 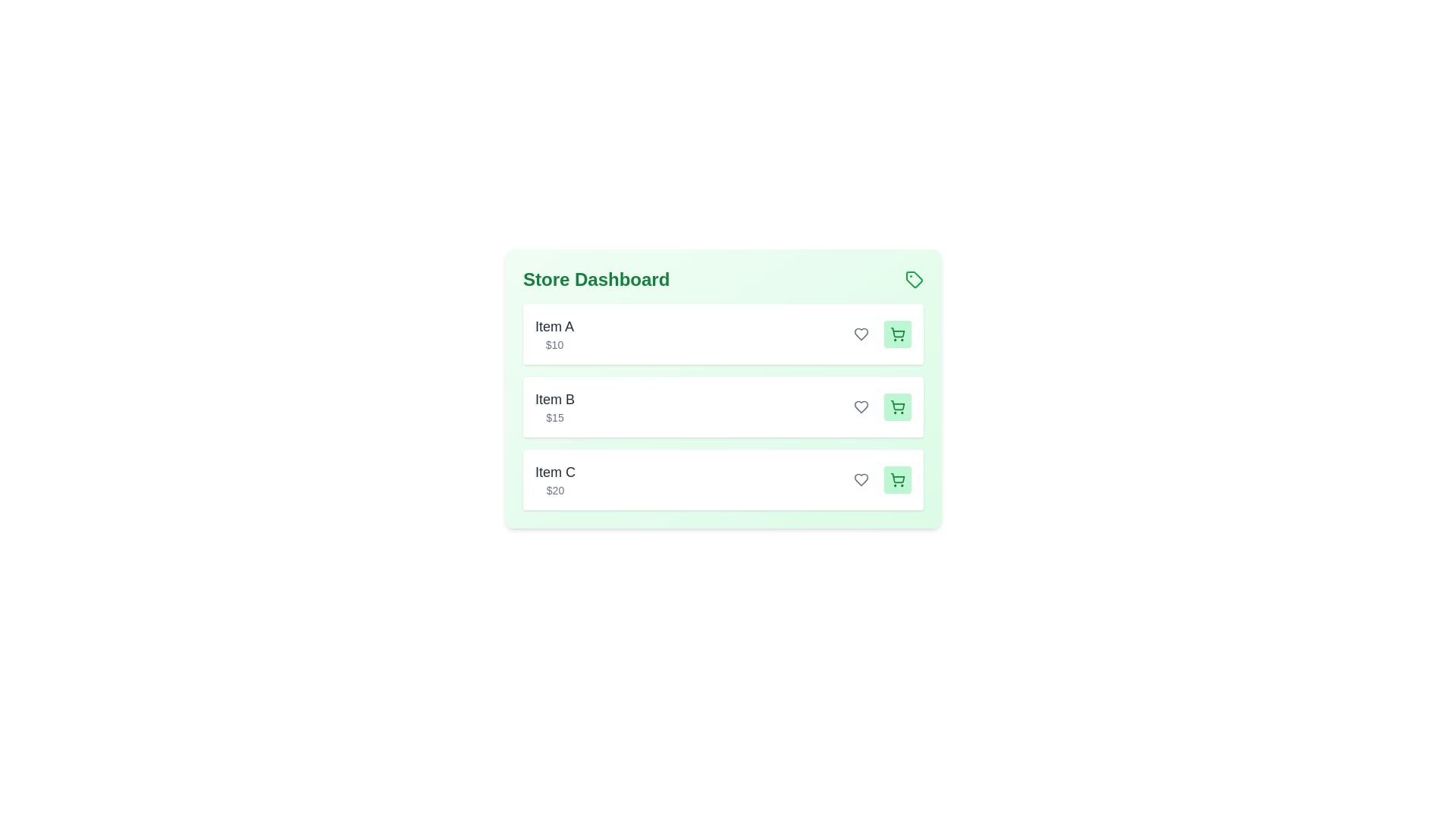 I want to click on the green circular button with a shopping cart icon, located to the right of 'Item B' in the 'Store Dashboard', so click(x=898, y=406).